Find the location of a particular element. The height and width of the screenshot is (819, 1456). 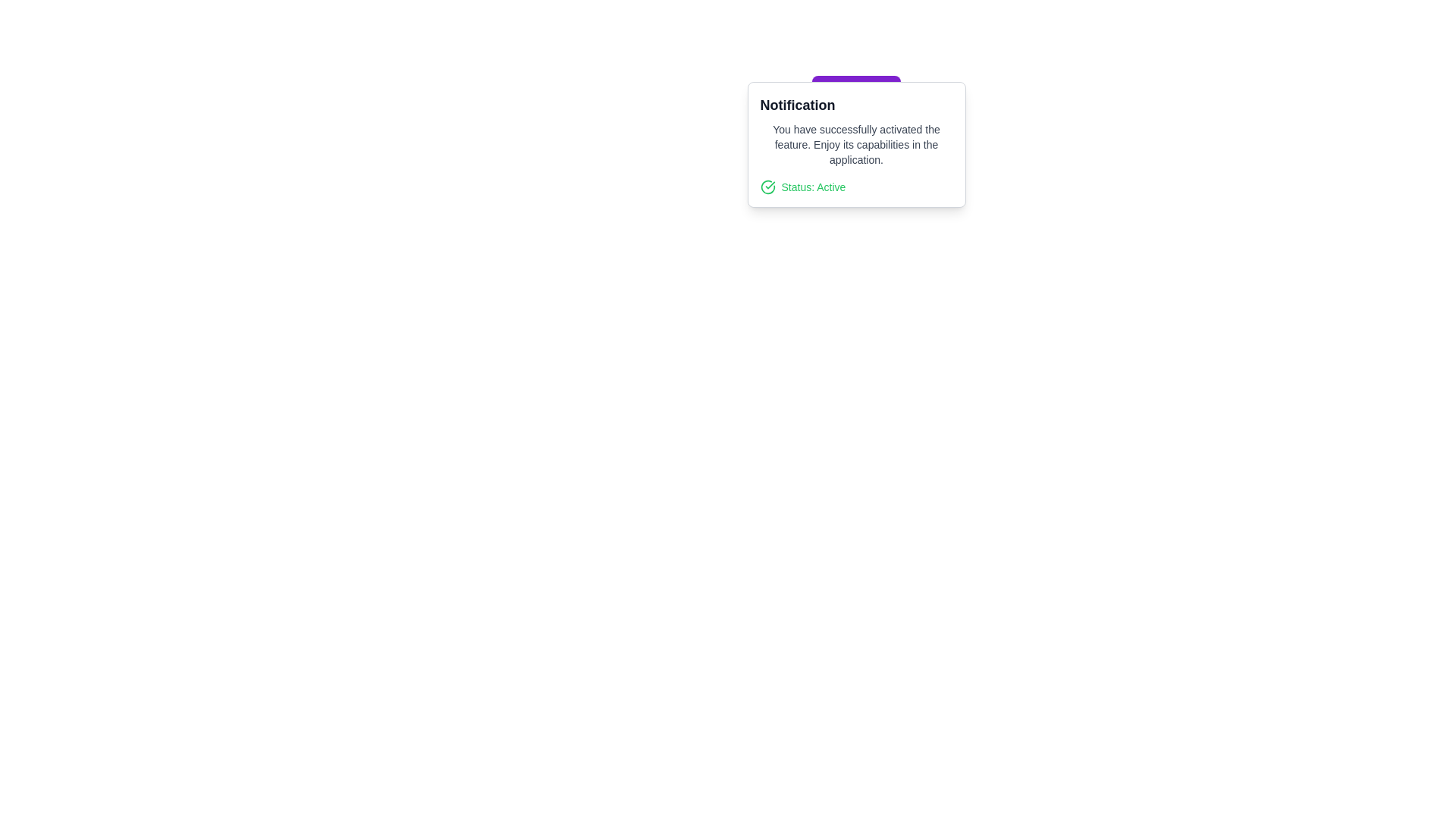

the 'Status: Active' indicator text with a green checkmark icon, which indicates a positive or active state, positioned below the notification message about feature activation is located at coordinates (802, 186).